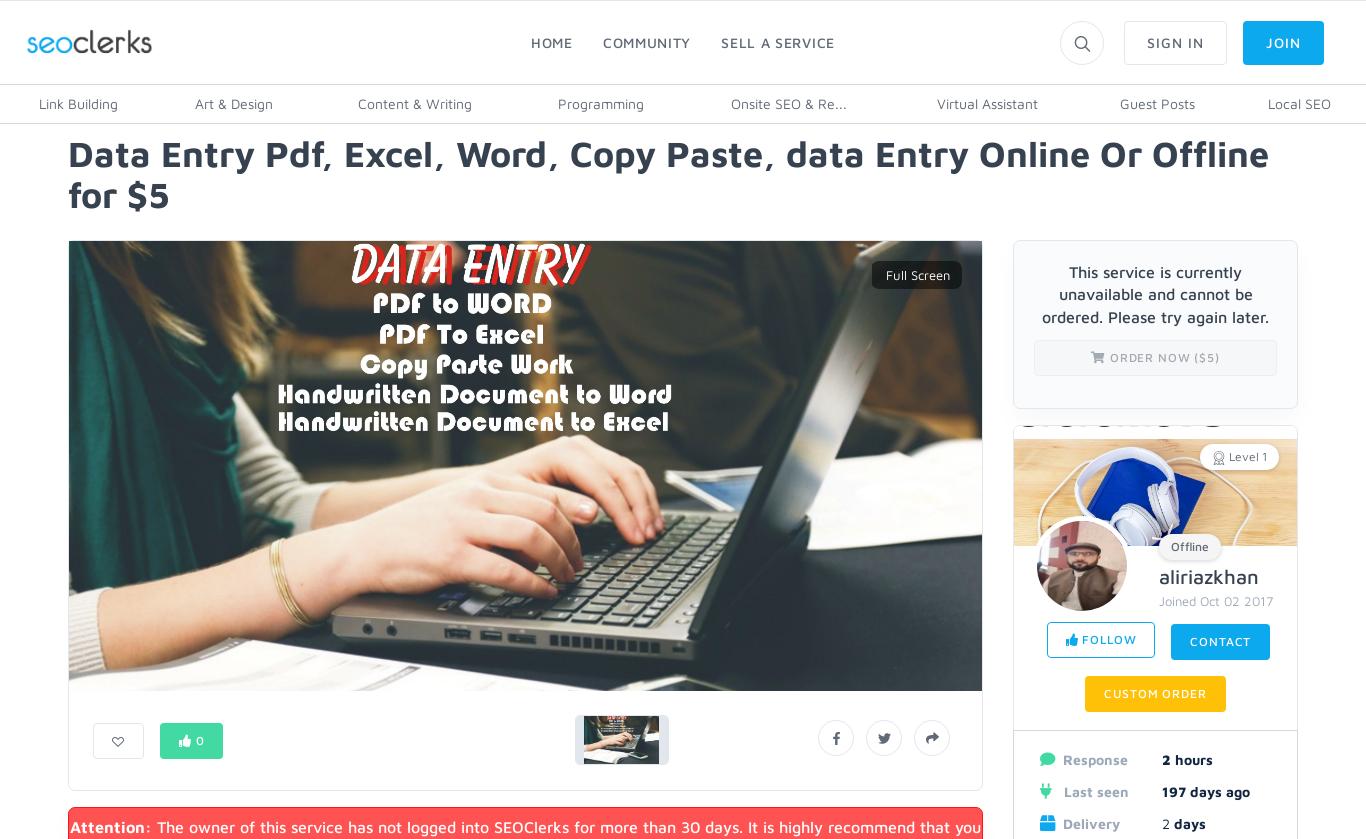  What do you see at coordinates (618, 83) in the screenshot?
I see `'Blog'` at bounding box center [618, 83].